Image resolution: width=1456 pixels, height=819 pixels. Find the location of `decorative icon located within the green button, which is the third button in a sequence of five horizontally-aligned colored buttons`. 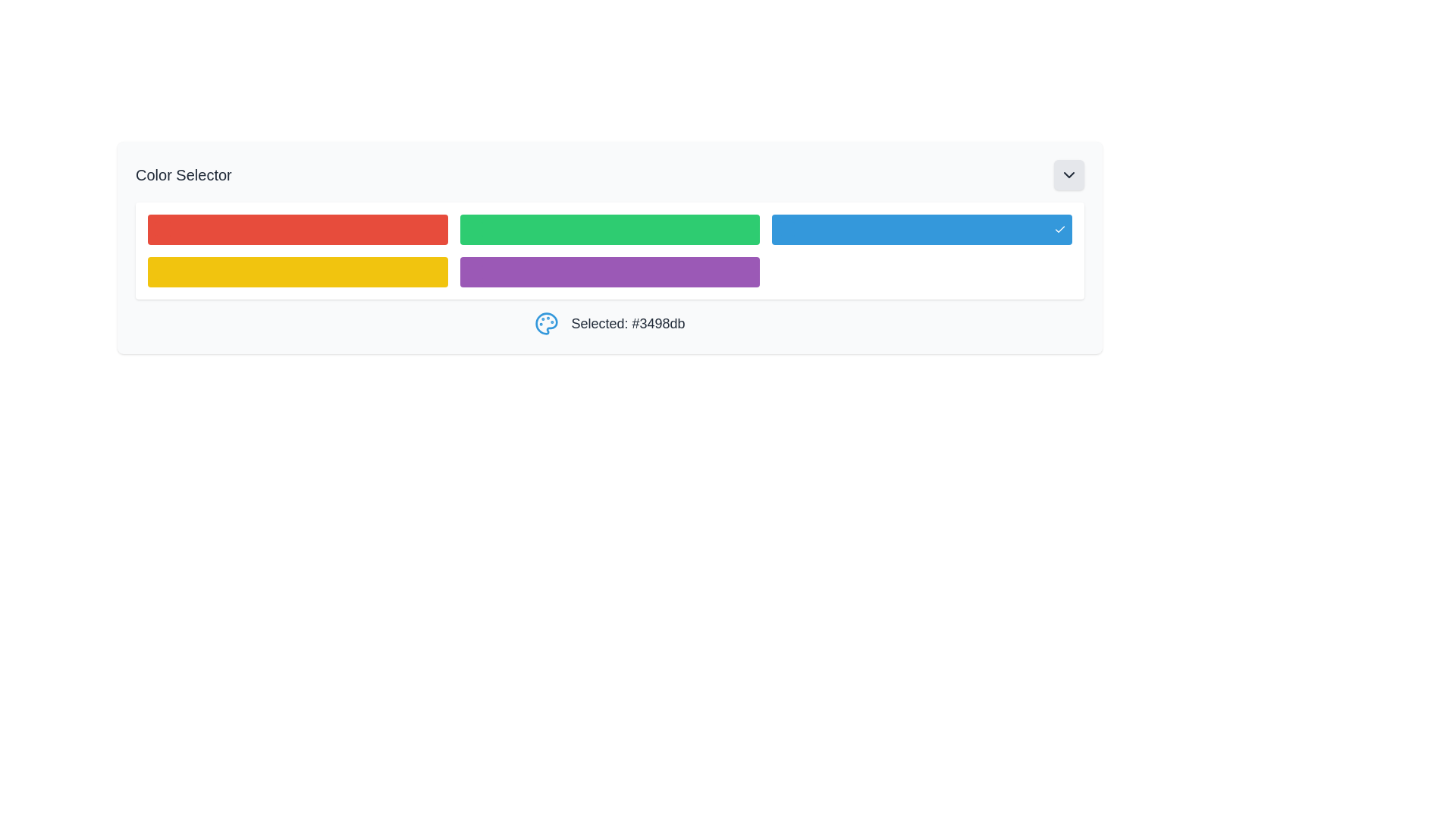

decorative icon located within the green button, which is the third button in a sequence of five horizontally-aligned colored buttons is located at coordinates (474, 230).